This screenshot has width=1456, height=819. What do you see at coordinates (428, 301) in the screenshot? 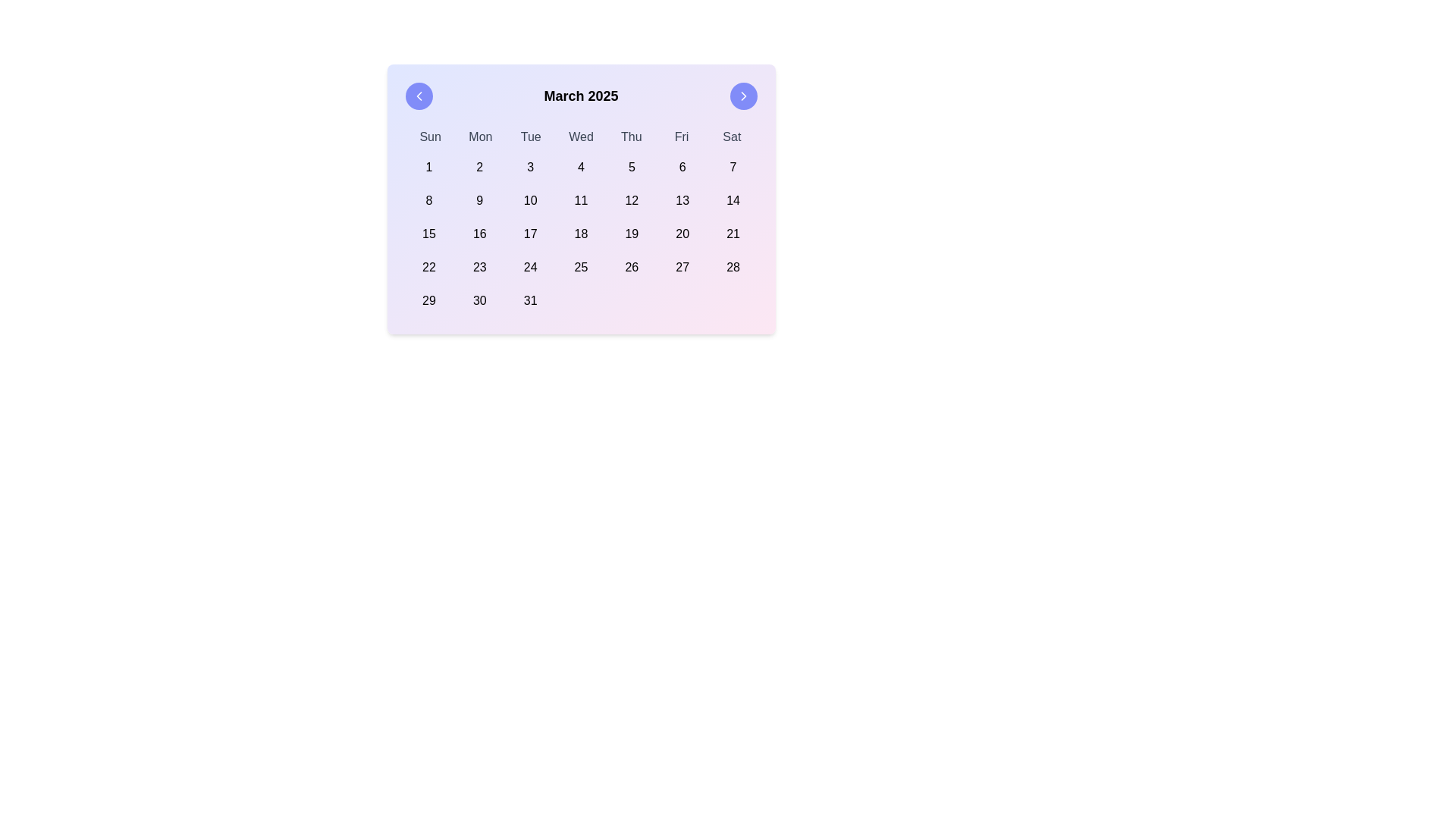
I see `the clickable calendar date cell representing the date '29'` at bounding box center [428, 301].